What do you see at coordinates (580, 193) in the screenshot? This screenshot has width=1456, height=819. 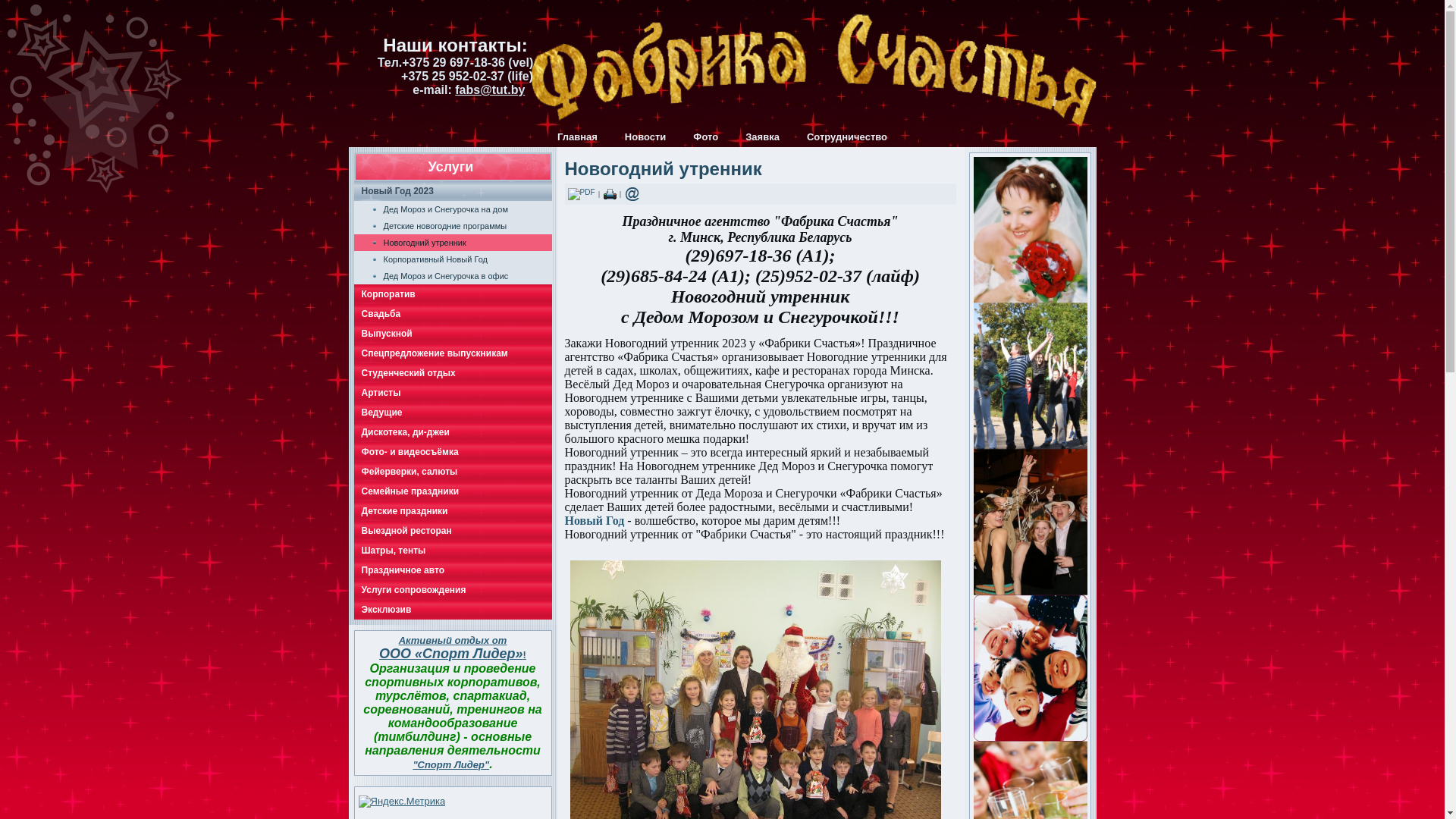 I see `'PDF'` at bounding box center [580, 193].